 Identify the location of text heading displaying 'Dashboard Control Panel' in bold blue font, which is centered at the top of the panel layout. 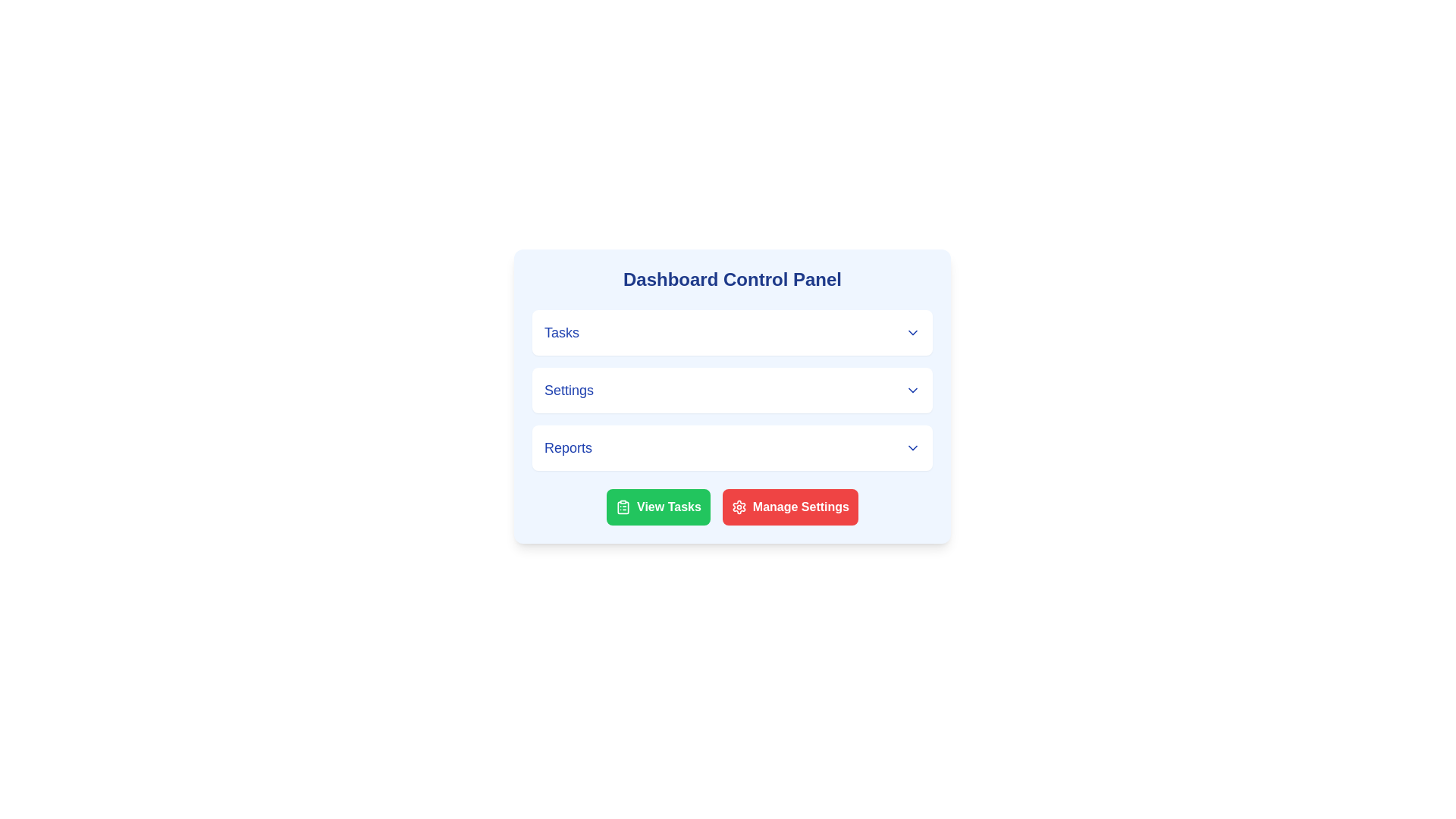
(732, 280).